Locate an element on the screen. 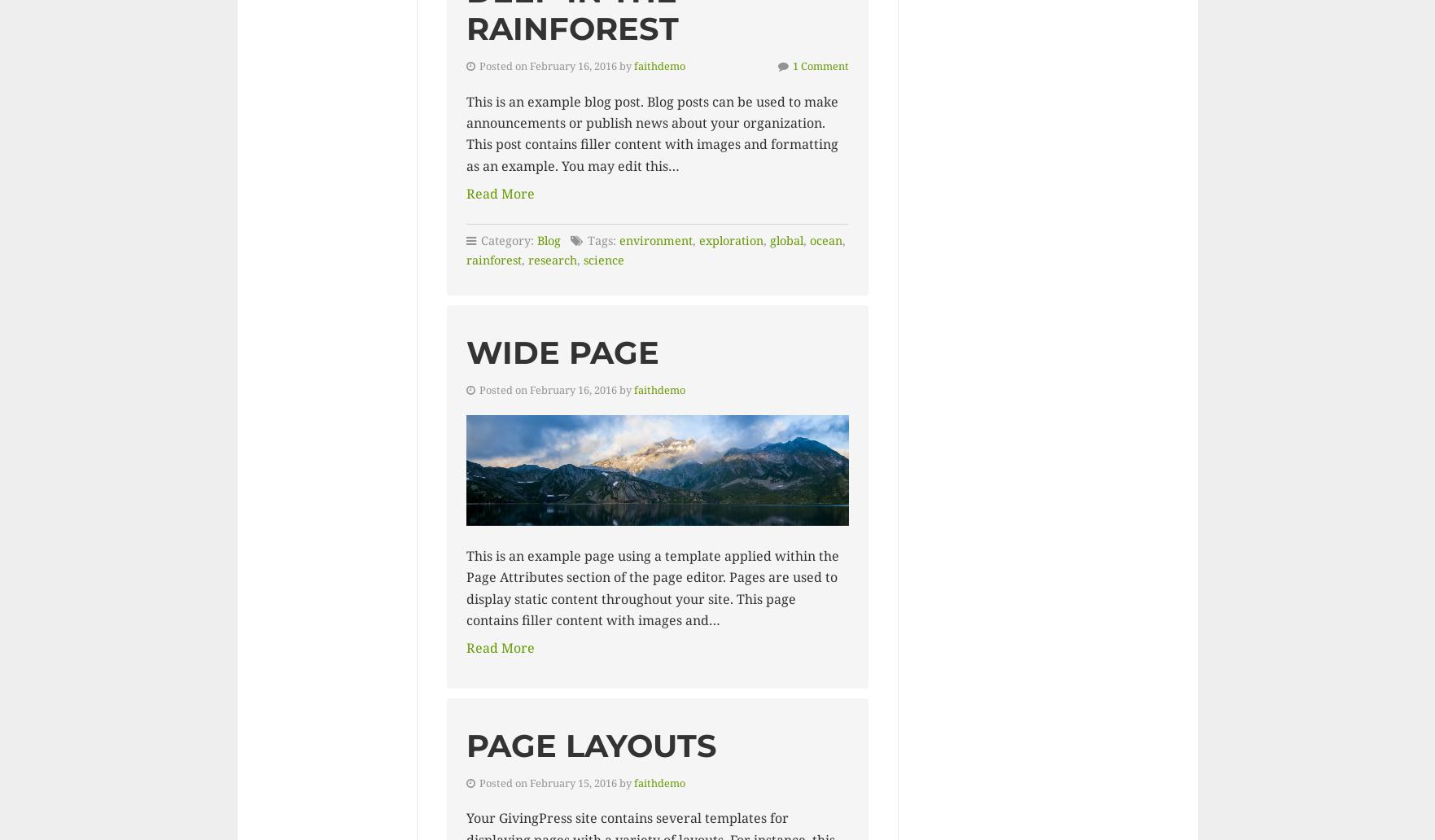  'Tags:' is located at coordinates (601, 240).